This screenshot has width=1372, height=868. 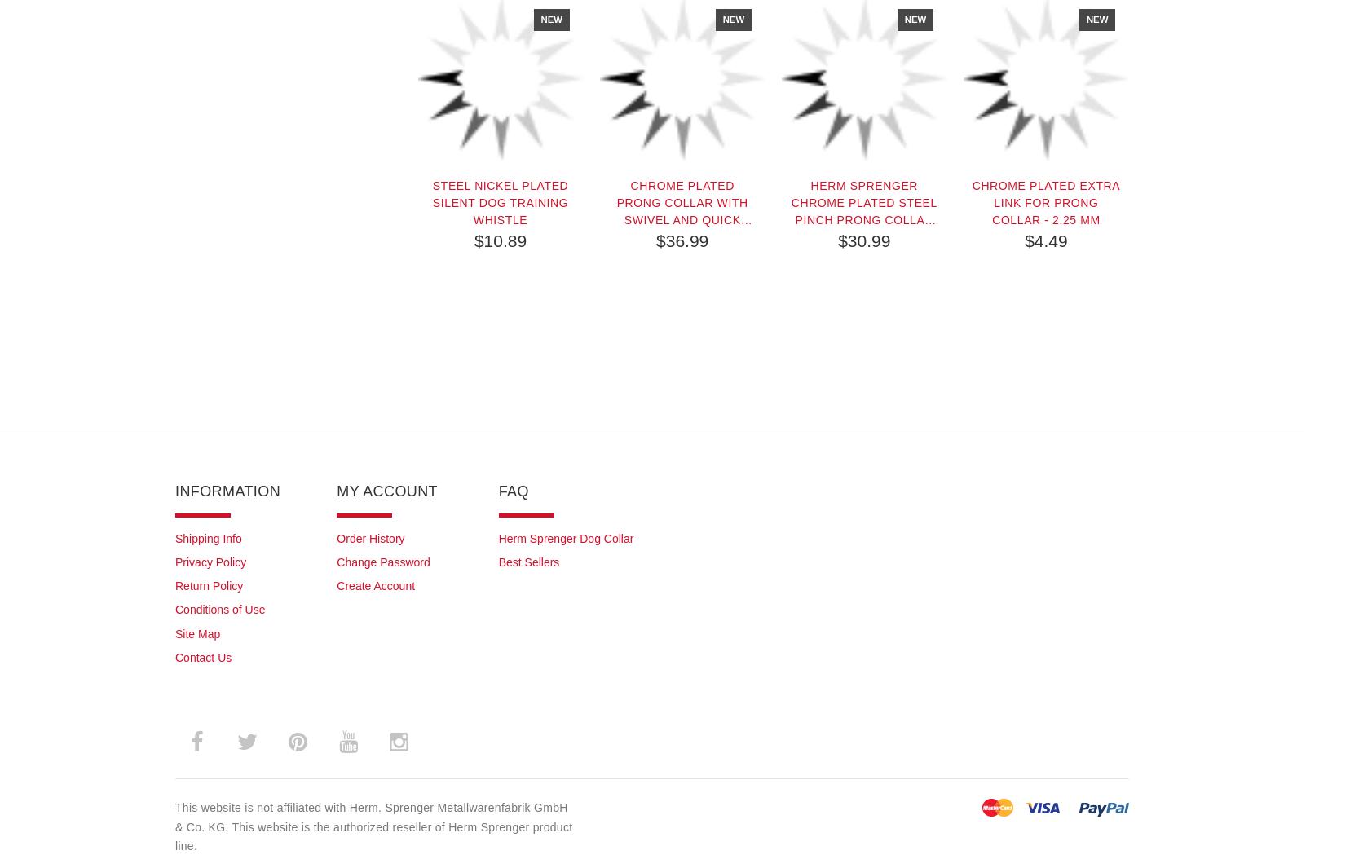 What do you see at coordinates (218, 609) in the screenshot?
I see `'Conditions of Use'` at bounding box center [218, 609].